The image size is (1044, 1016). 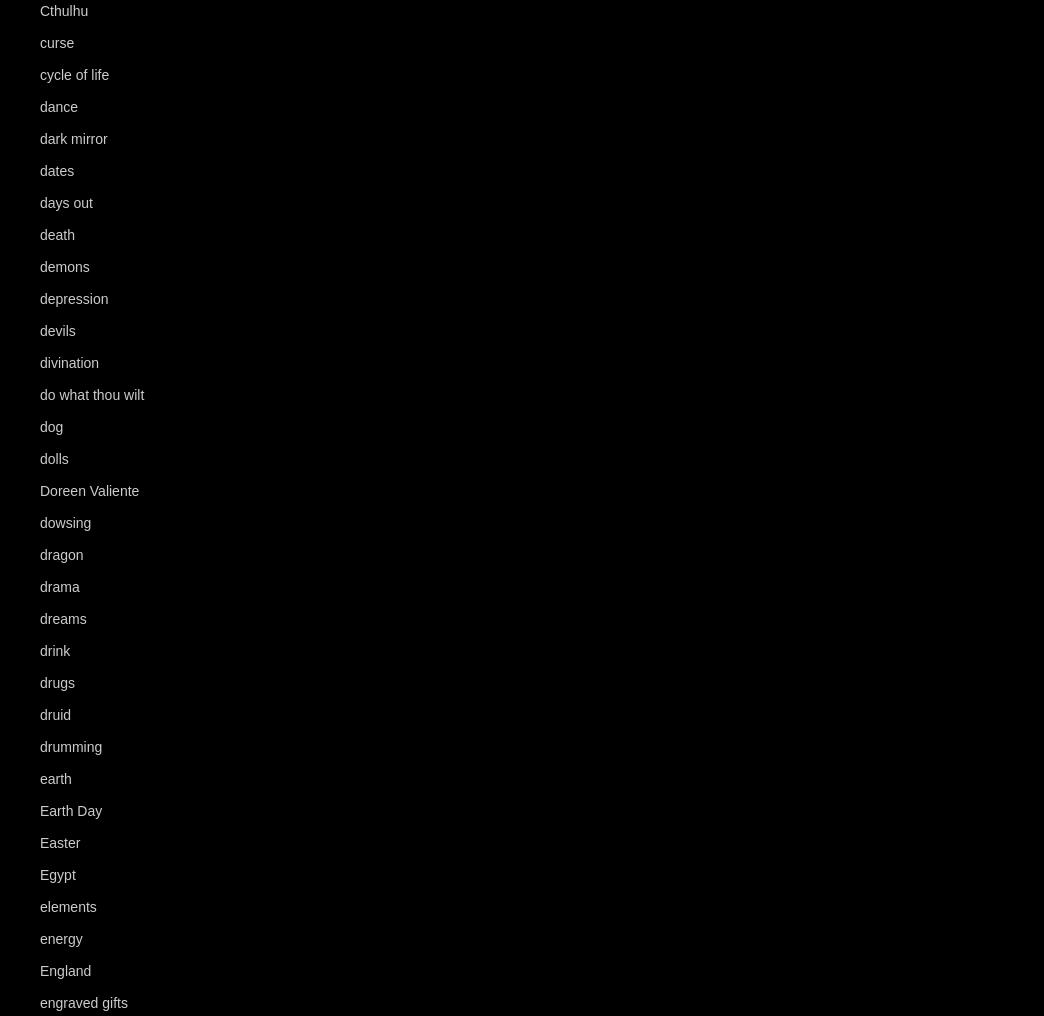 I want to click on 'engraved gifts', so click(x=83, y=1002).